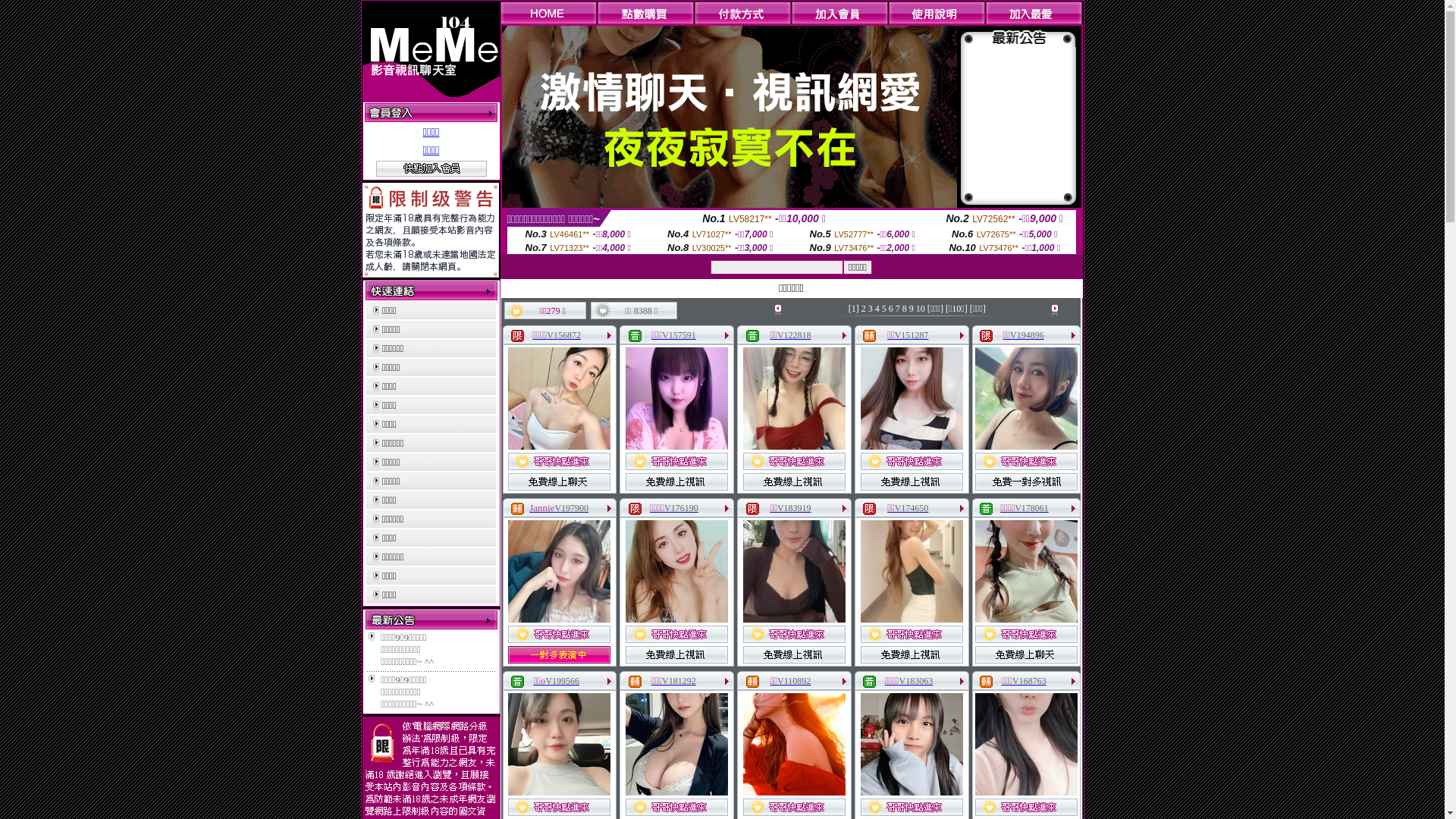  I want to click on 'V197900', so click(570, 508).